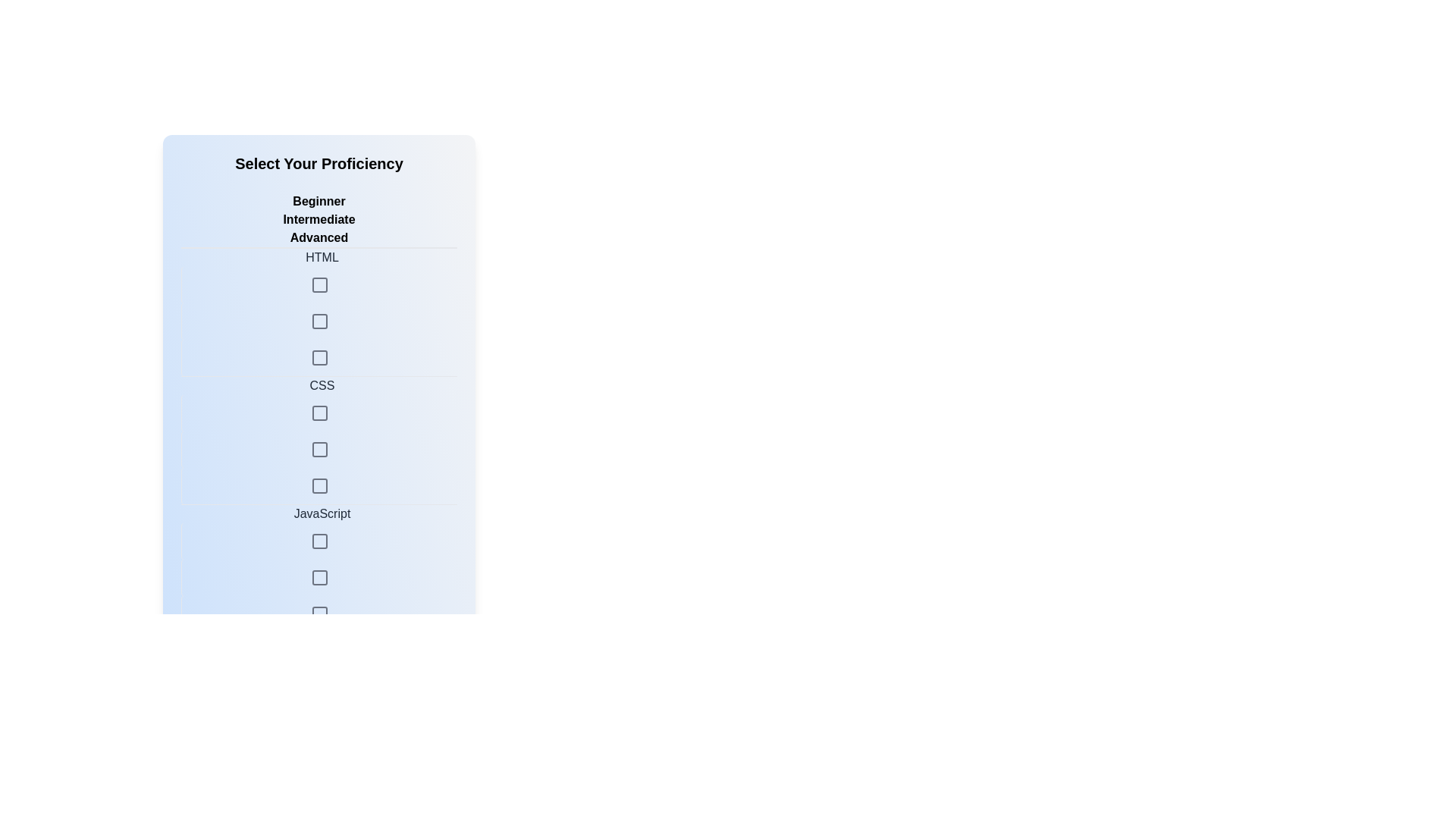 This screenshot has width=1456, height=819. What do you see at coordinates (318, 375) in the screenshot?
I see `the skill level Beginner for the skill CSS` at bounding box center [318, 375].